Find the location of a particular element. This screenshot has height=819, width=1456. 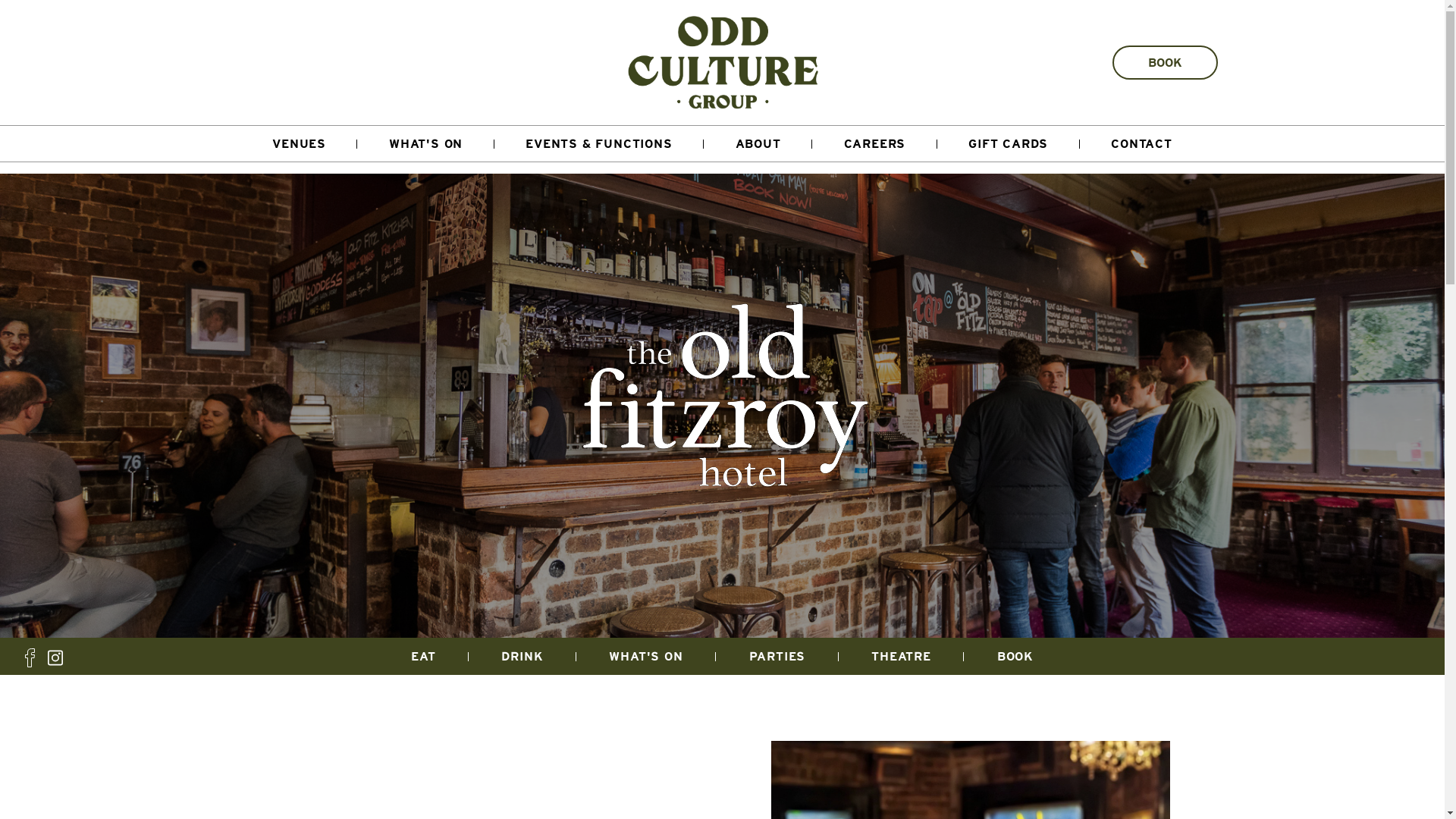

'PARTIES' is located at coordinates (777, 655).